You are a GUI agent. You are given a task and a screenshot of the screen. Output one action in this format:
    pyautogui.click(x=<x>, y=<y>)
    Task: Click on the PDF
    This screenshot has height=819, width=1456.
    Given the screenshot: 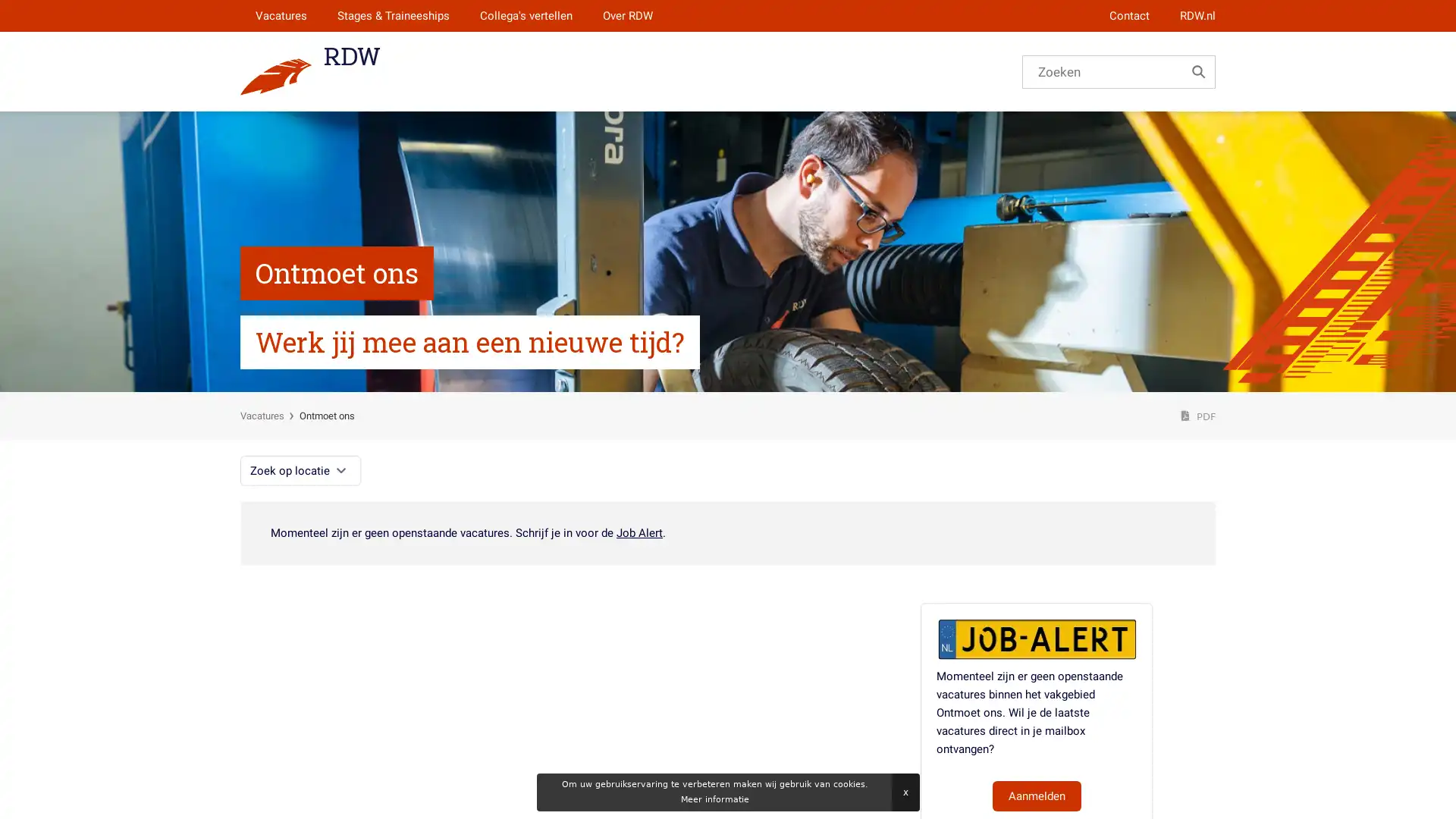 What is the action you would take?
    pyautogui.click(x=1197, y=416)
    